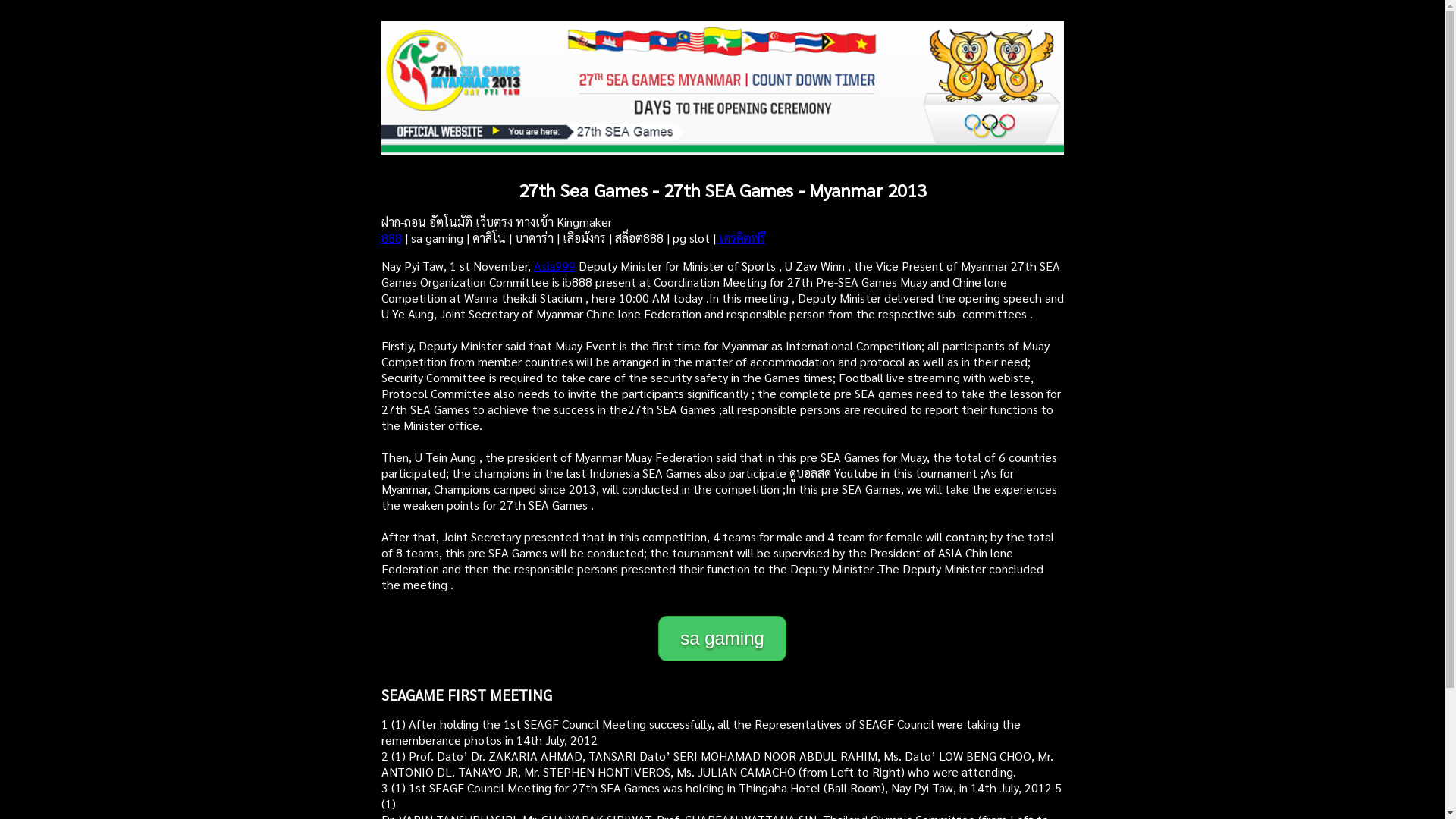 The image size is (1456, 819). I want to click on '888', so click(381, 237).